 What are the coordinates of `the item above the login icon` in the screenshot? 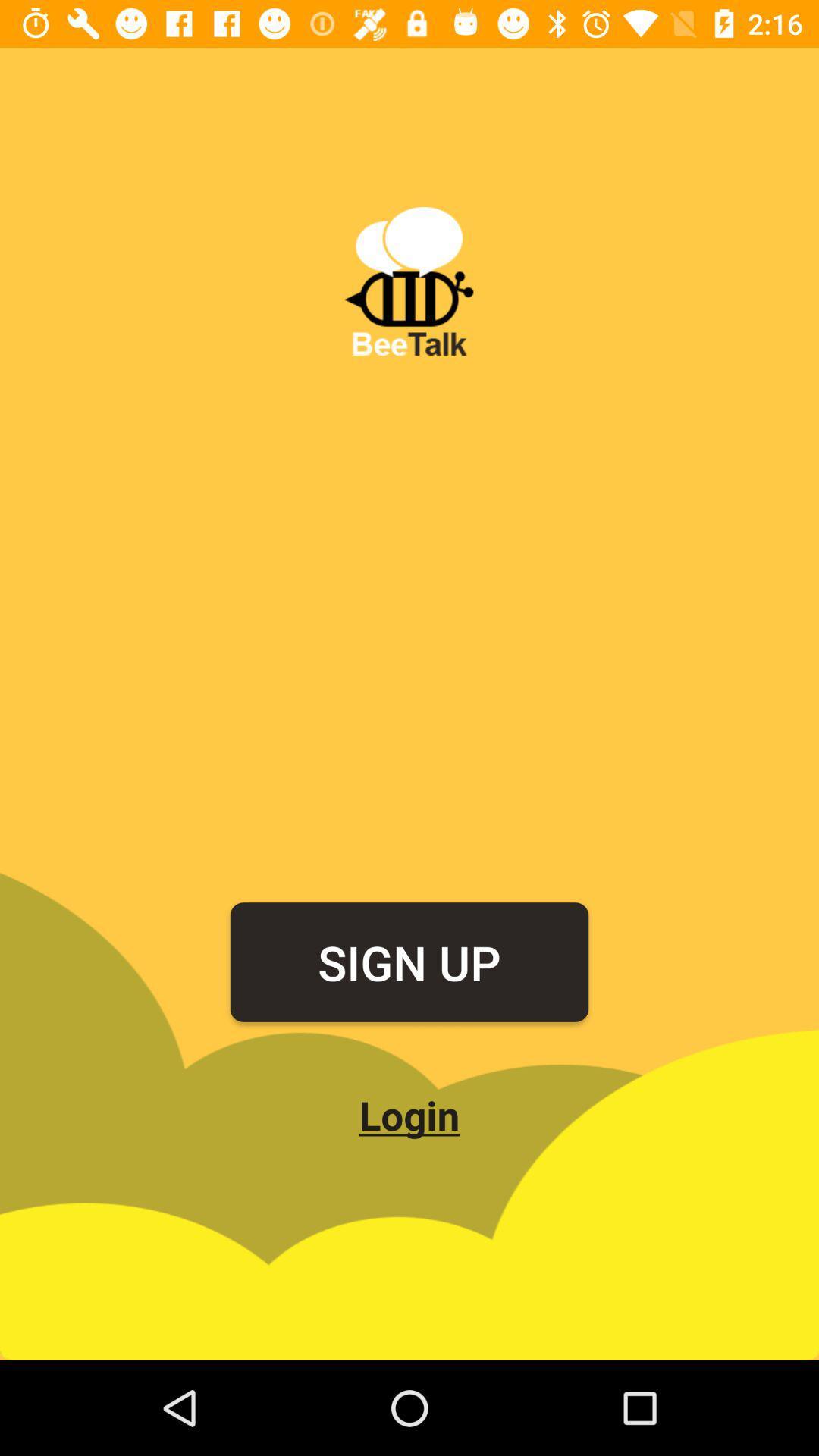 It's located at (409, 961).